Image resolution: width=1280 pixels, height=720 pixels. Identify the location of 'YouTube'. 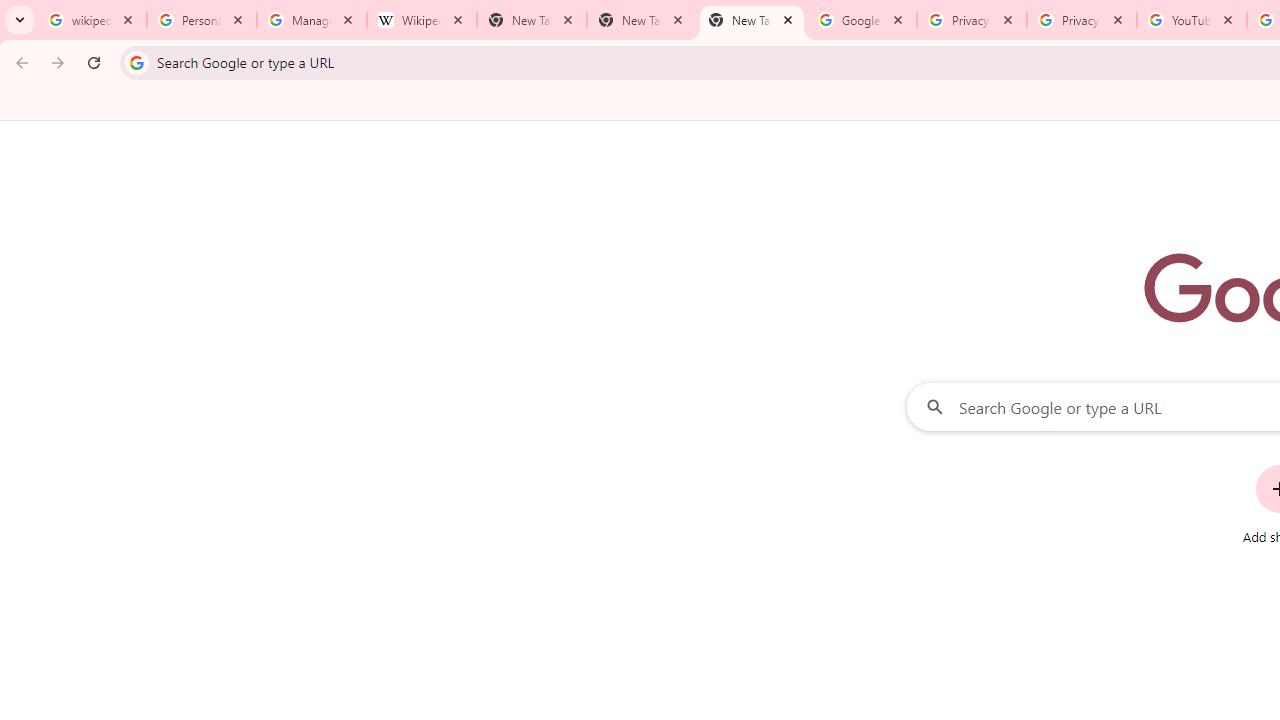
(1191, 20).